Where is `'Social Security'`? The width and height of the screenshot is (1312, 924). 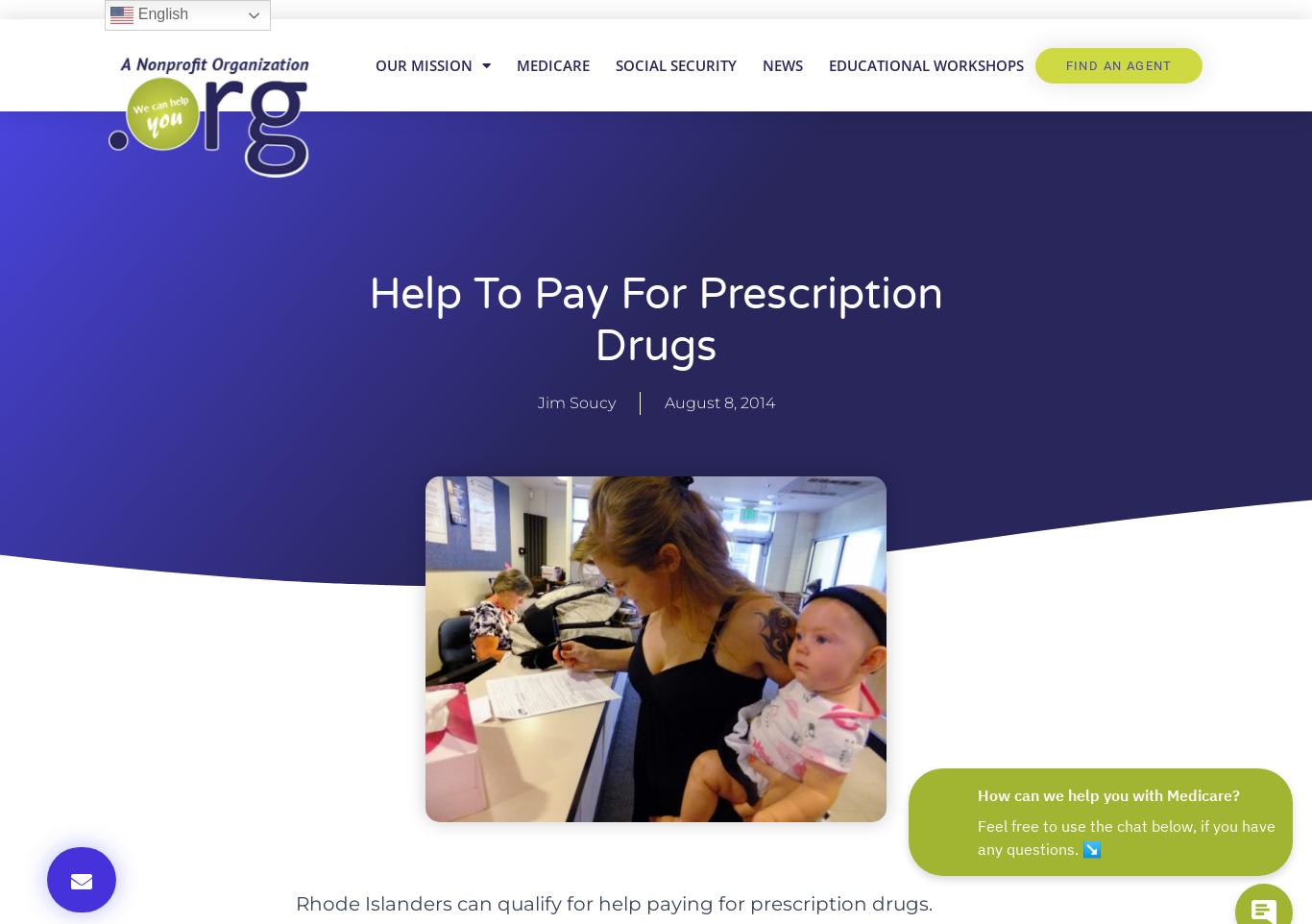
'Social Security' is located at coordinates (674, 65).